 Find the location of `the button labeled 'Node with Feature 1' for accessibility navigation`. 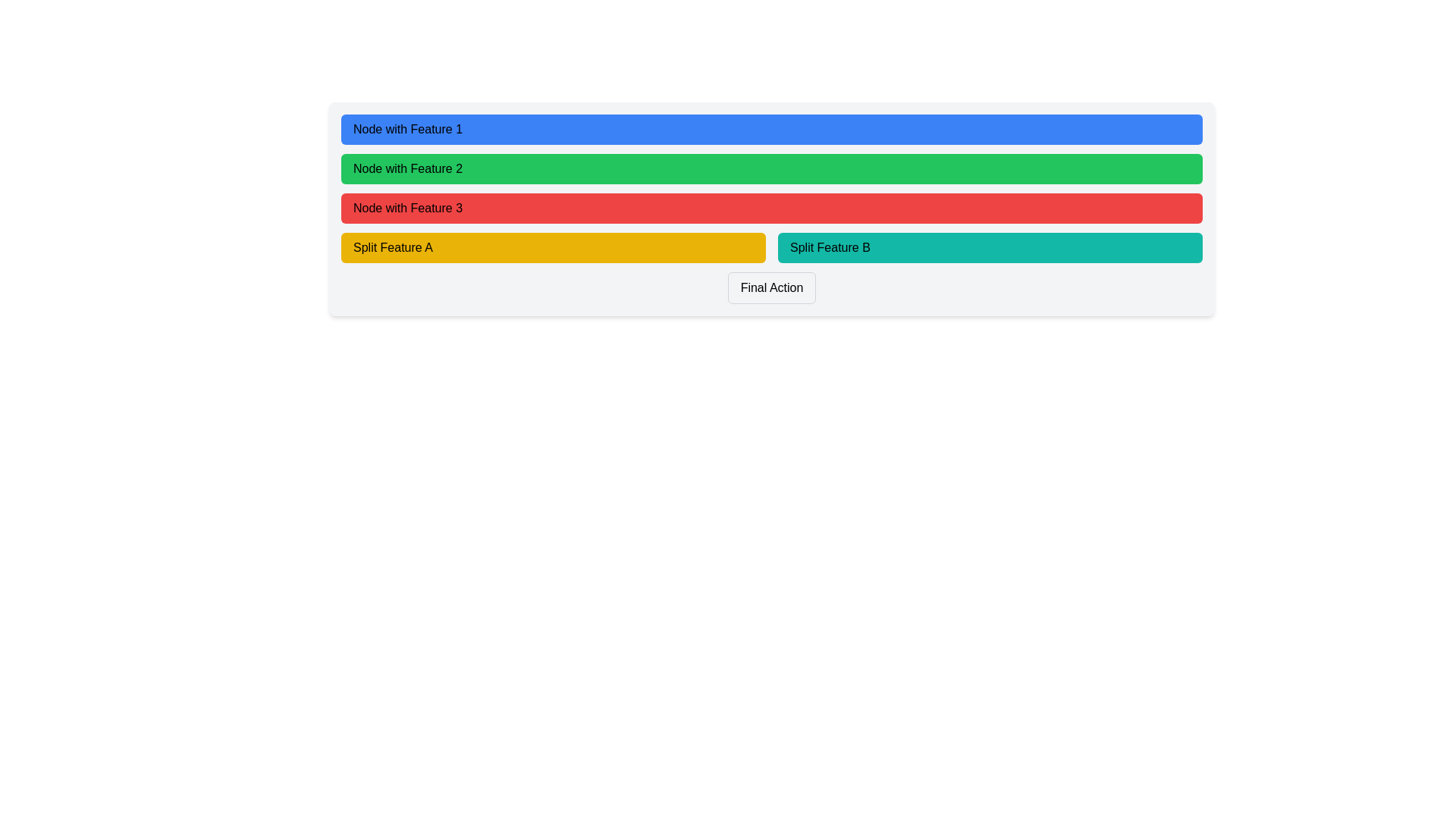

the button labeled 'Node with Feature 1' for accessibility navigation is located at coordinates (771, 128).